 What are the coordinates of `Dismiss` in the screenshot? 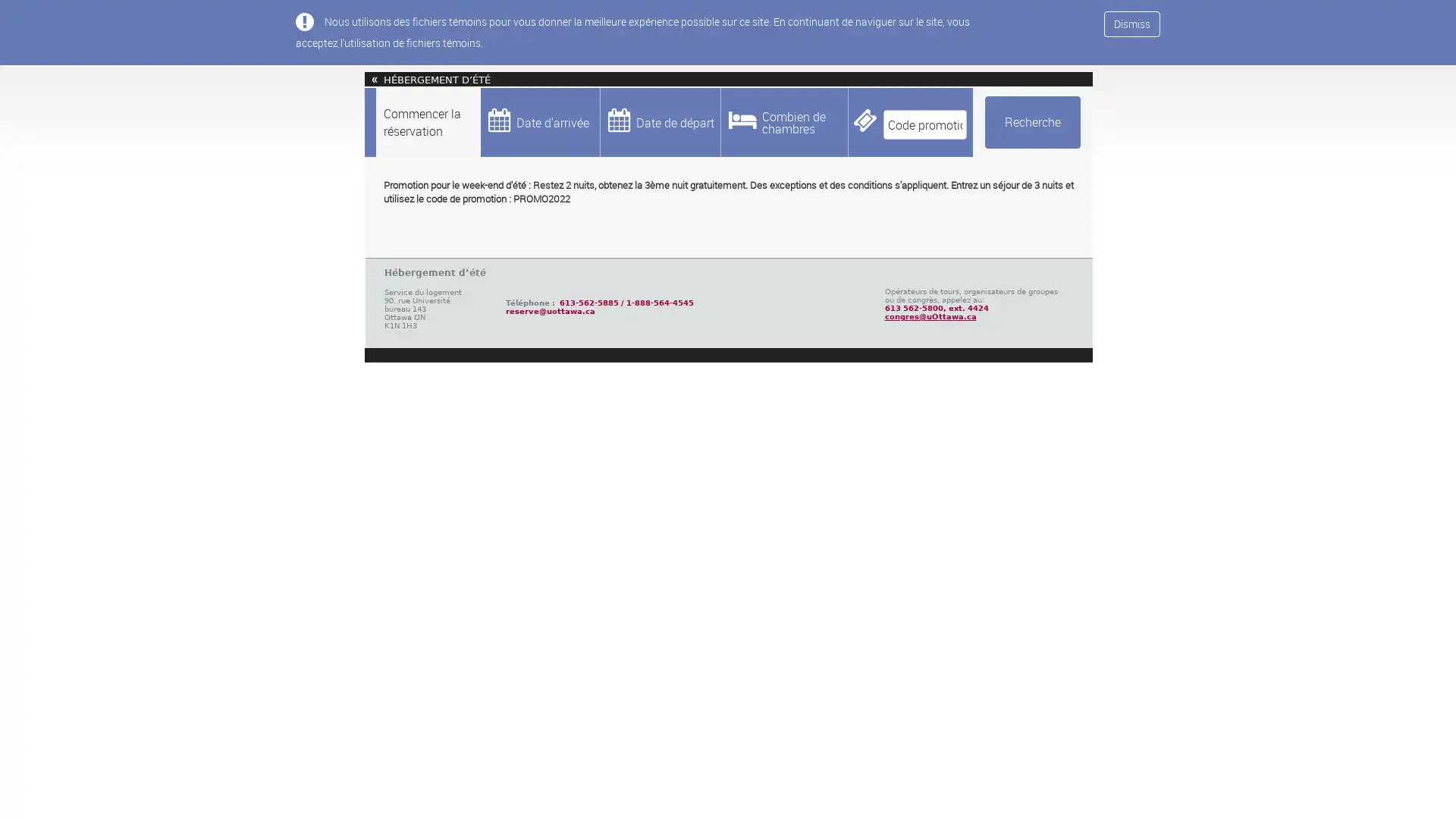 It's located at (1131, 24).